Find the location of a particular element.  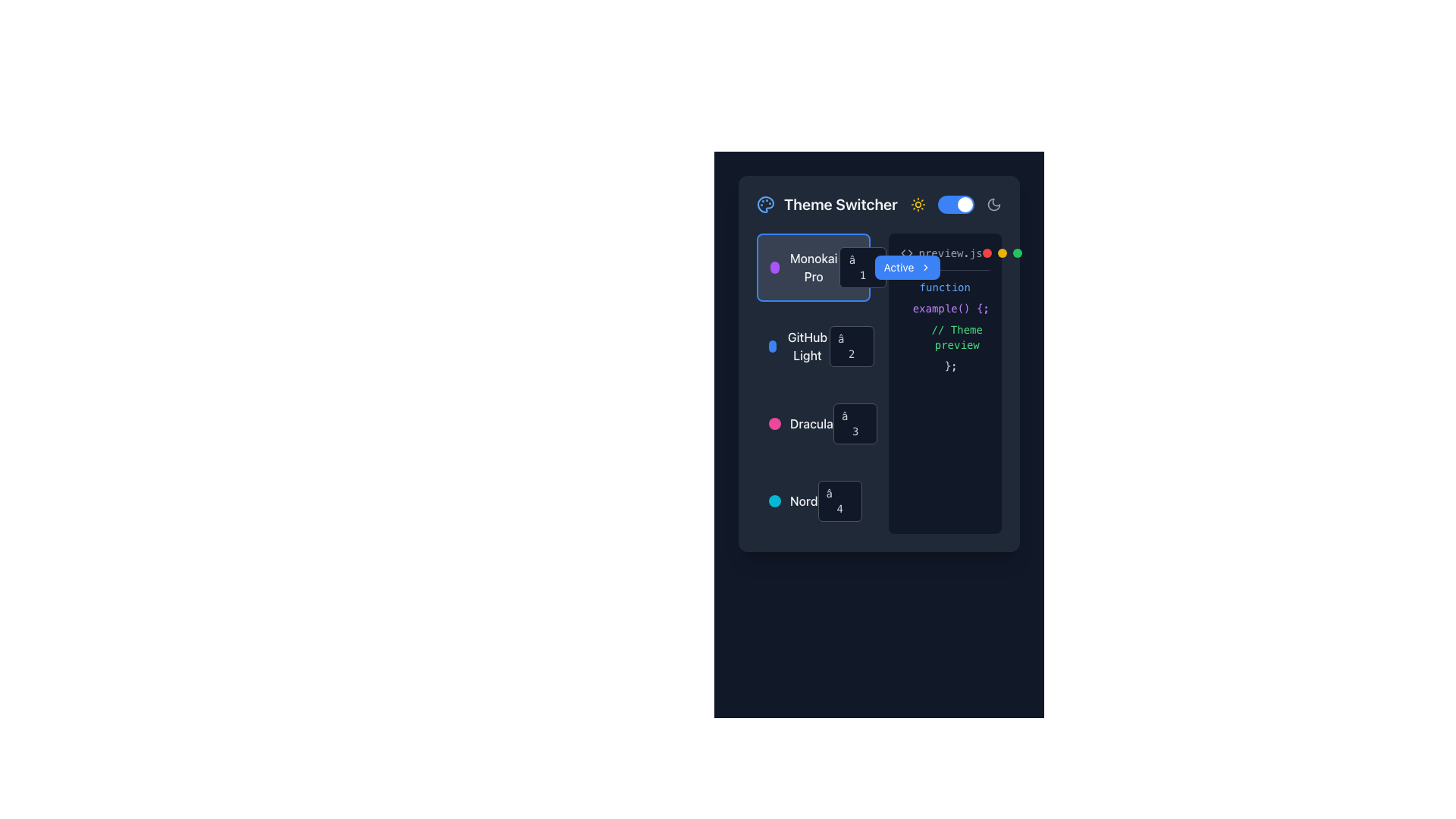

the selectable list item labeled 'Dracula' with a pink circular icon and a red background is located at coordinates (800, 424).